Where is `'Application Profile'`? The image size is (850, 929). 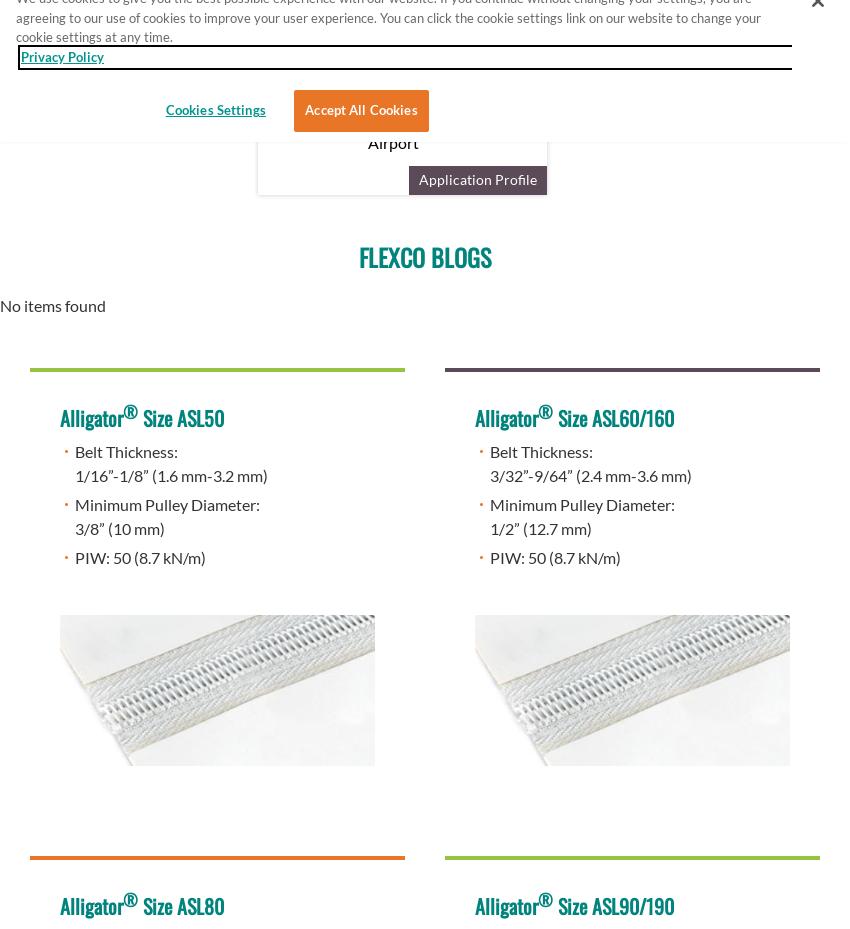
'Application Profile' is located at coordinates (477, 179).